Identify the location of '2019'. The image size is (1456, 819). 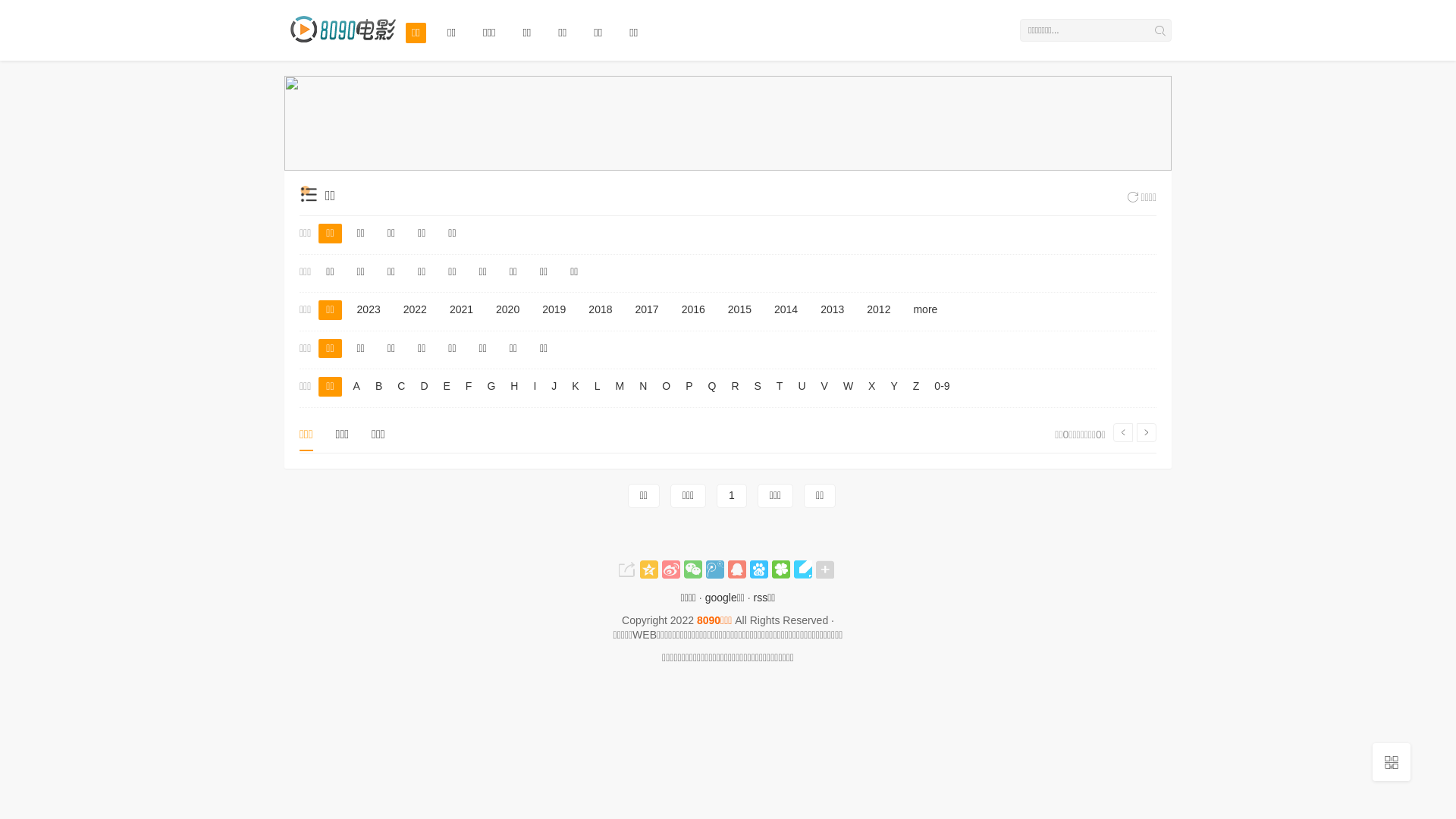
(535, 309).